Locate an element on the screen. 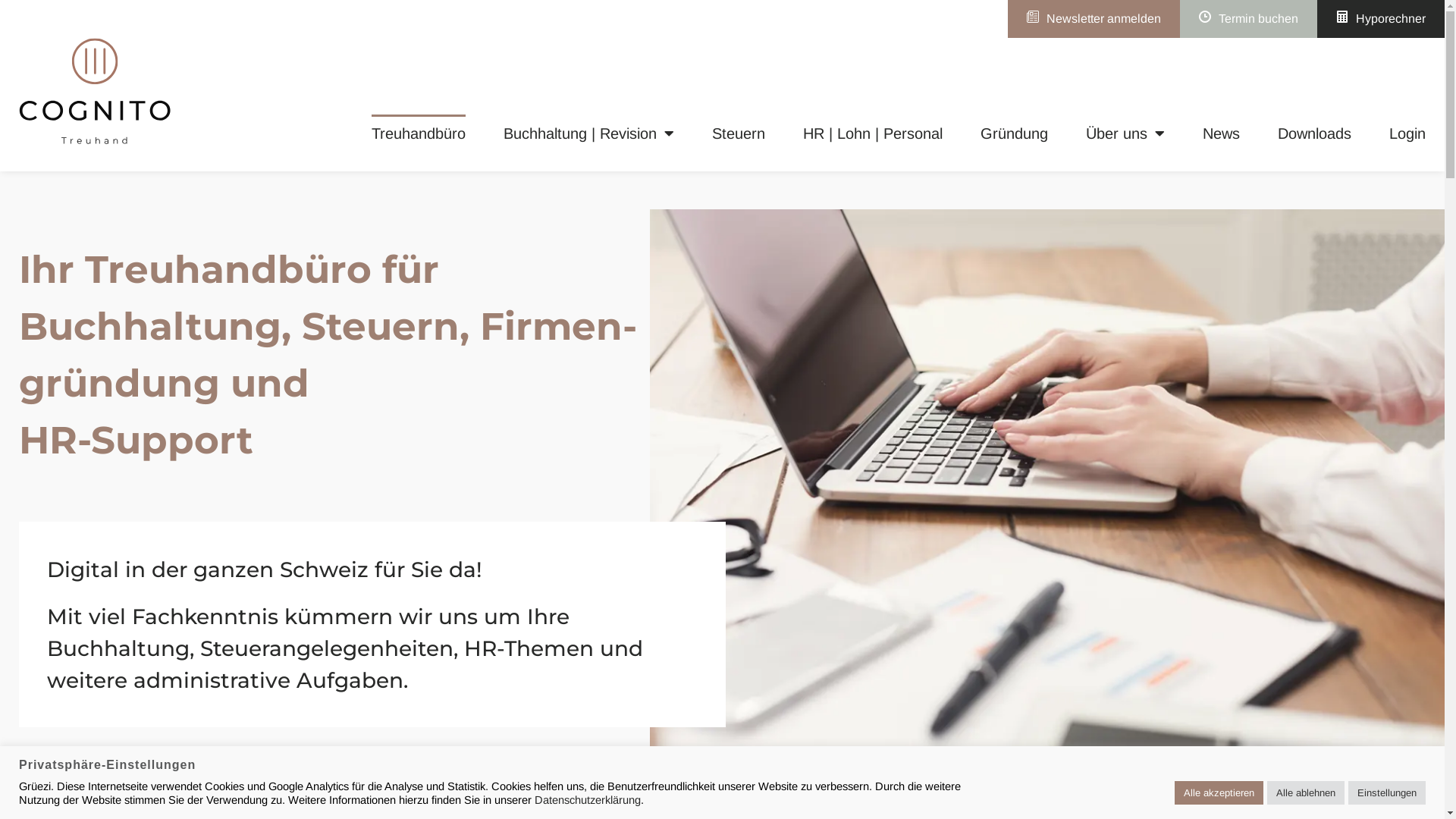 This screenshot has height=819, width=1456. 'Downloads' is located at coordinates (1313, 133).